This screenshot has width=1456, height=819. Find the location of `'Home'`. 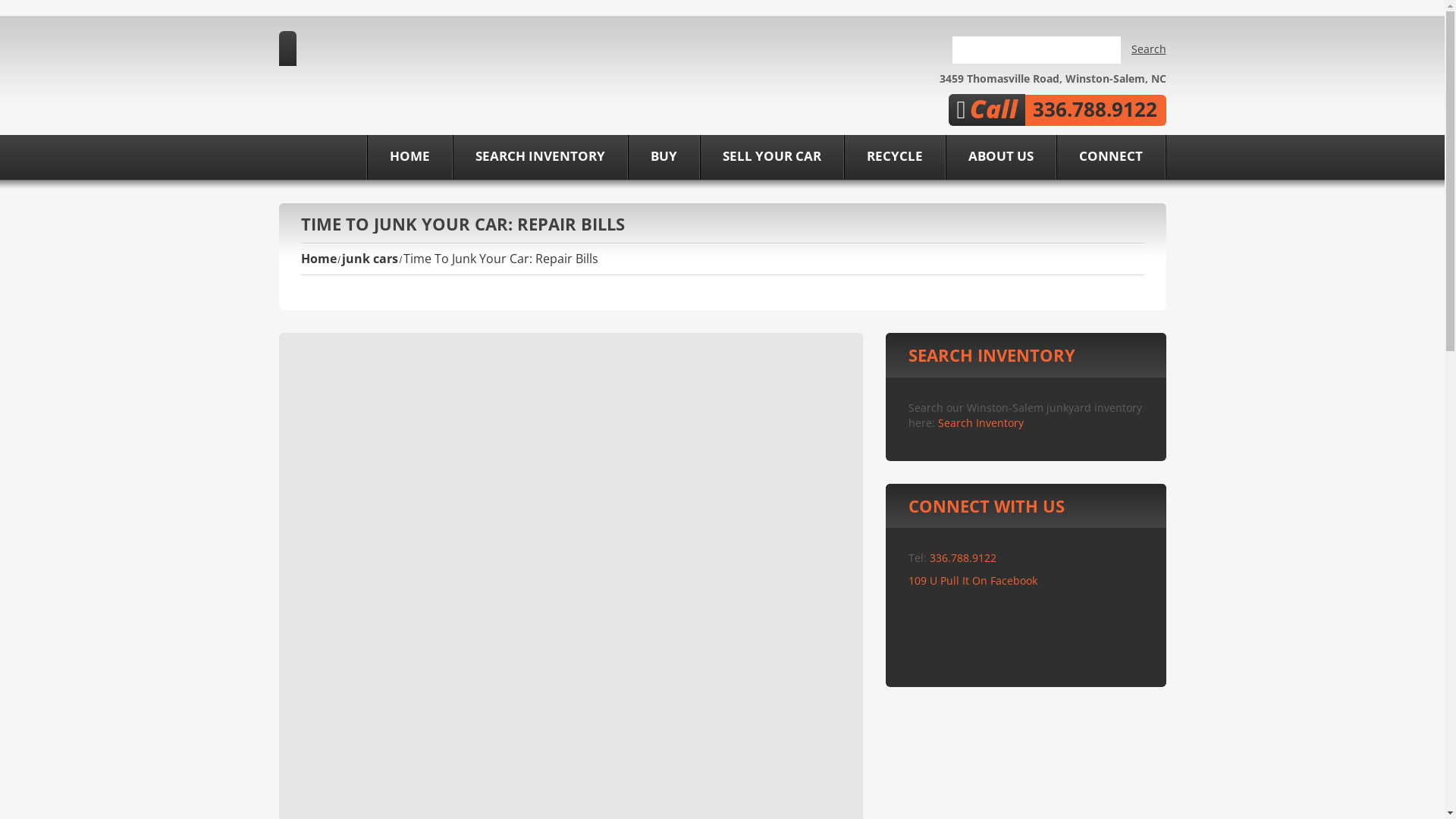

'Home' is located at coordinates (317, 257).